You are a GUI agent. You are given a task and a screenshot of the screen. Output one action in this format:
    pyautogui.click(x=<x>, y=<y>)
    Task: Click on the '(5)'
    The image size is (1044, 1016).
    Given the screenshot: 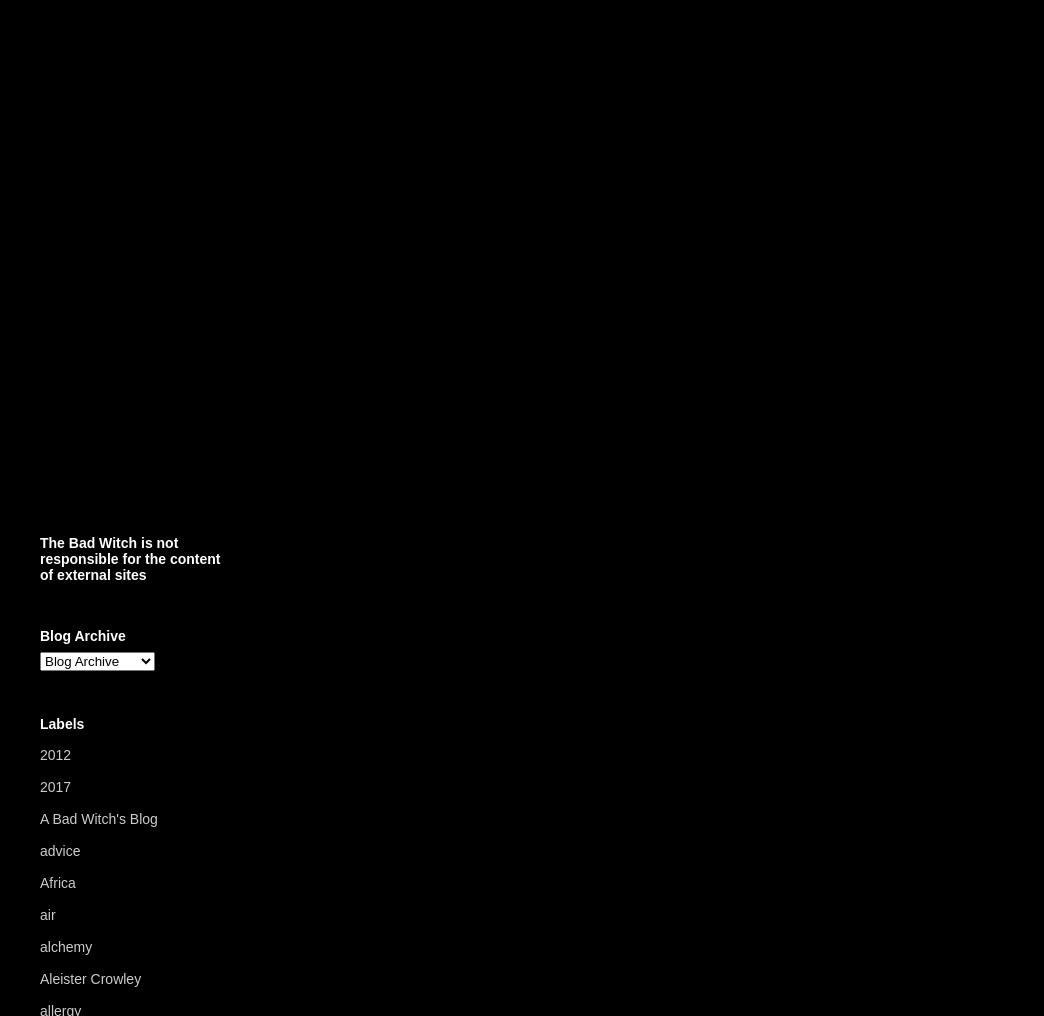 What is the action you would take?
    pyautogui.click(x=67, y=914)
    